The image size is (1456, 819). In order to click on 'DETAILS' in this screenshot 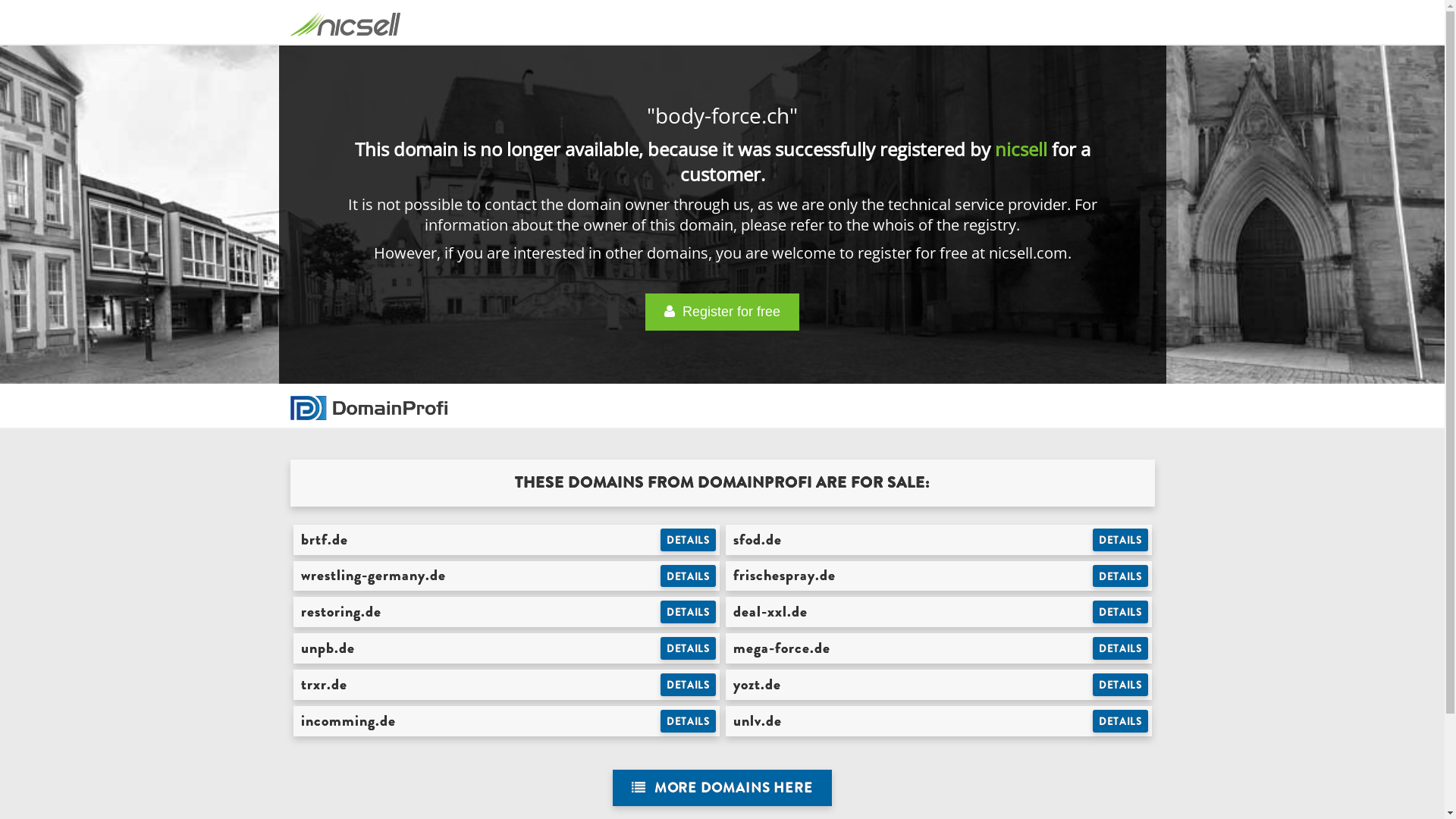, I will do `click(1120, 684)`.